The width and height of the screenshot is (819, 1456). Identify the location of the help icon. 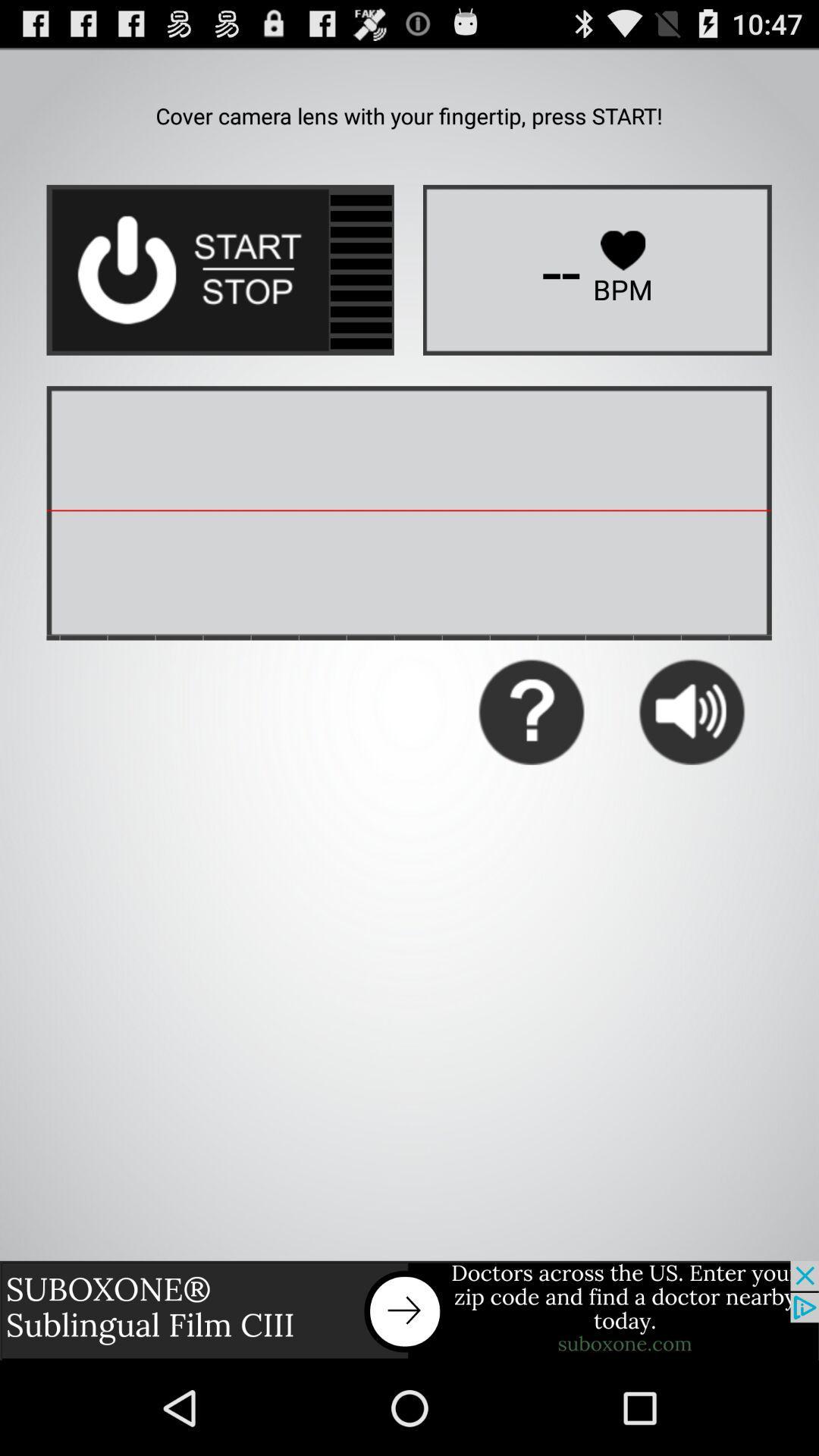
(530, 761).